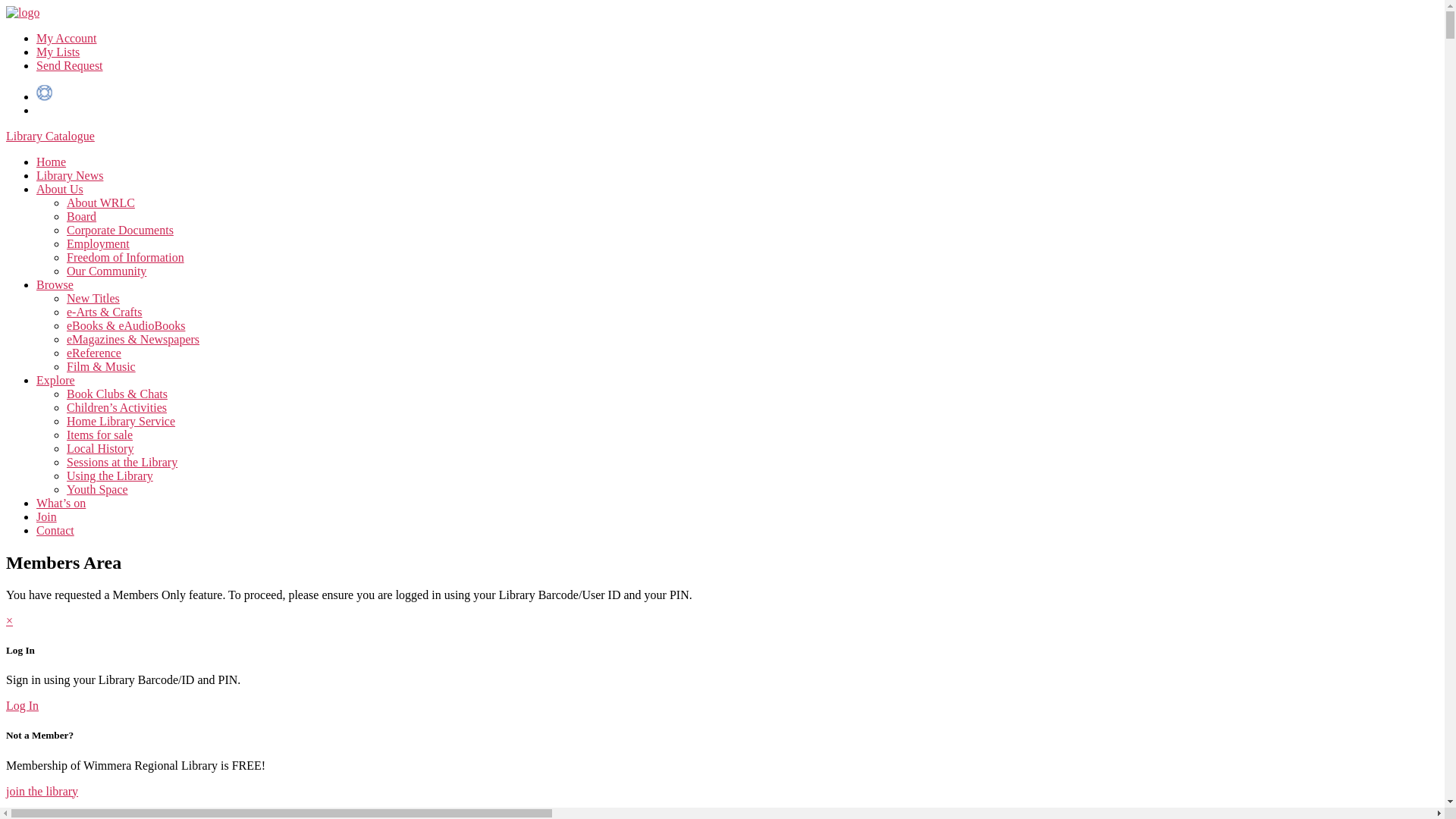 The height and width of the screenshot is (819, 1456). Describe the element at coordinates (6, 135) in the screenshot. I see `'Library Catalogue'` at that location.